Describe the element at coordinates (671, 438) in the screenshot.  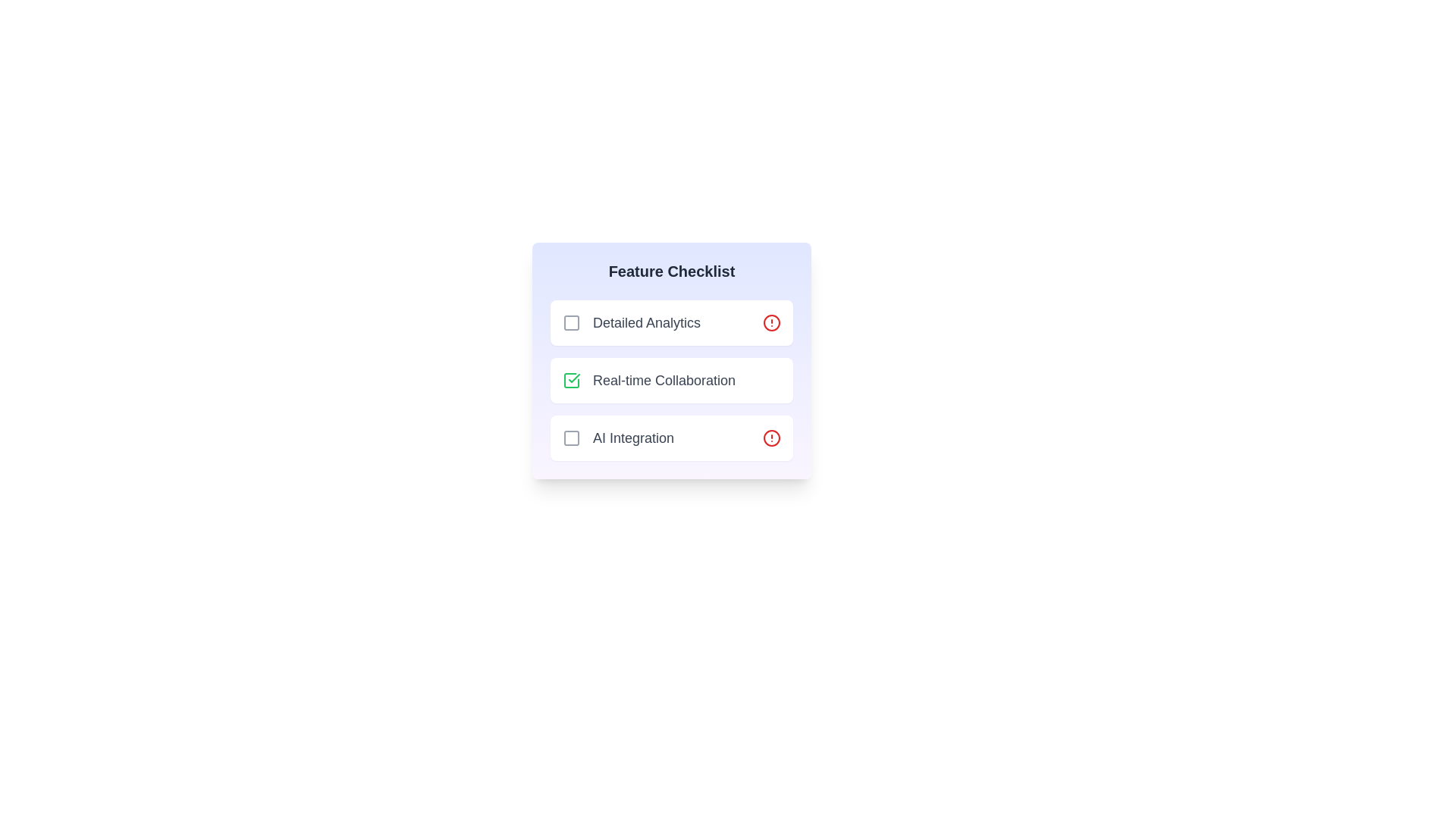
I see `the checklist item AI Integration to observe its hover effect` at that location.